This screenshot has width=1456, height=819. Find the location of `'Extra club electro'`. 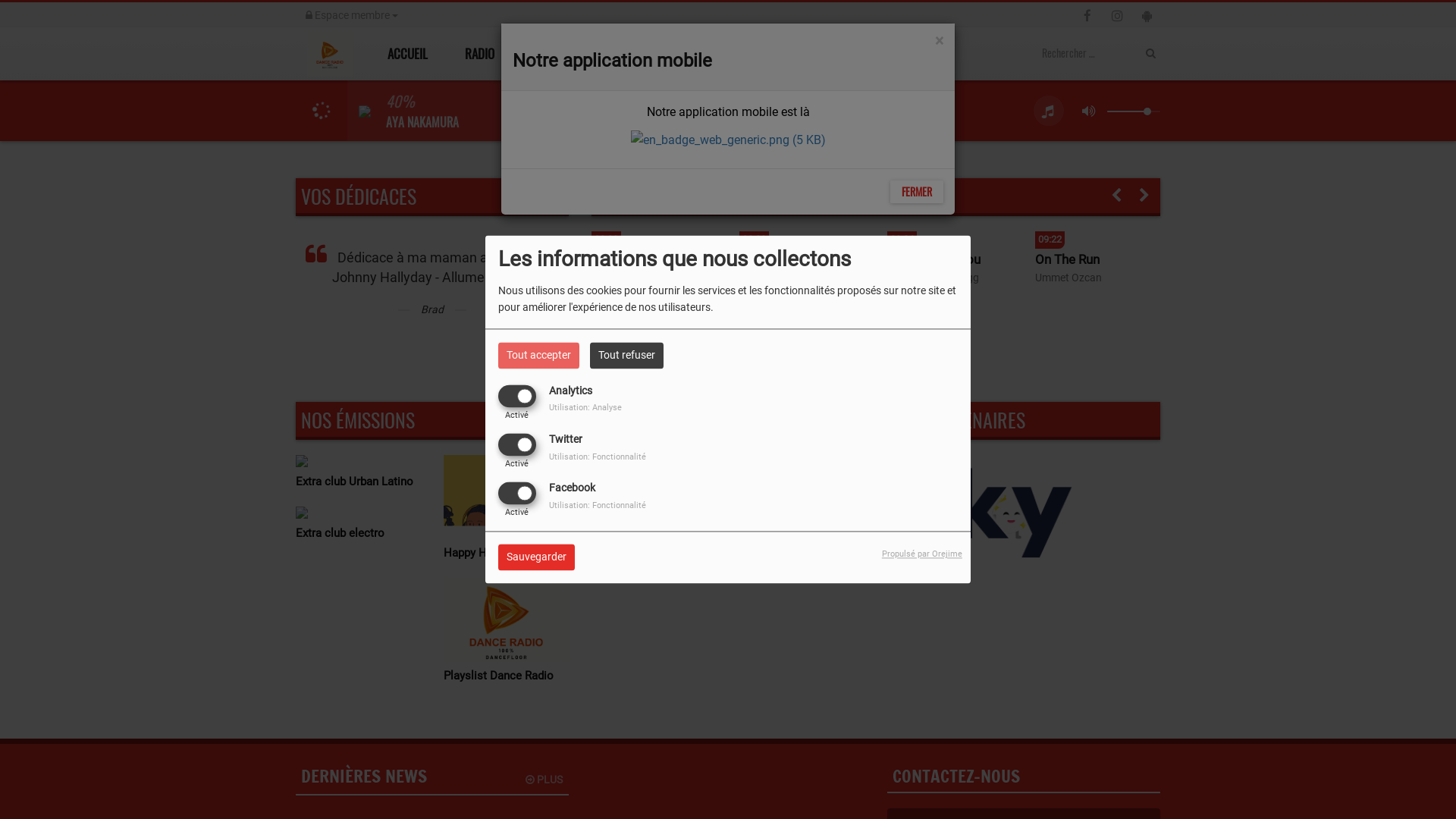

'Extra club electro' is located at coordinates (357, 532).